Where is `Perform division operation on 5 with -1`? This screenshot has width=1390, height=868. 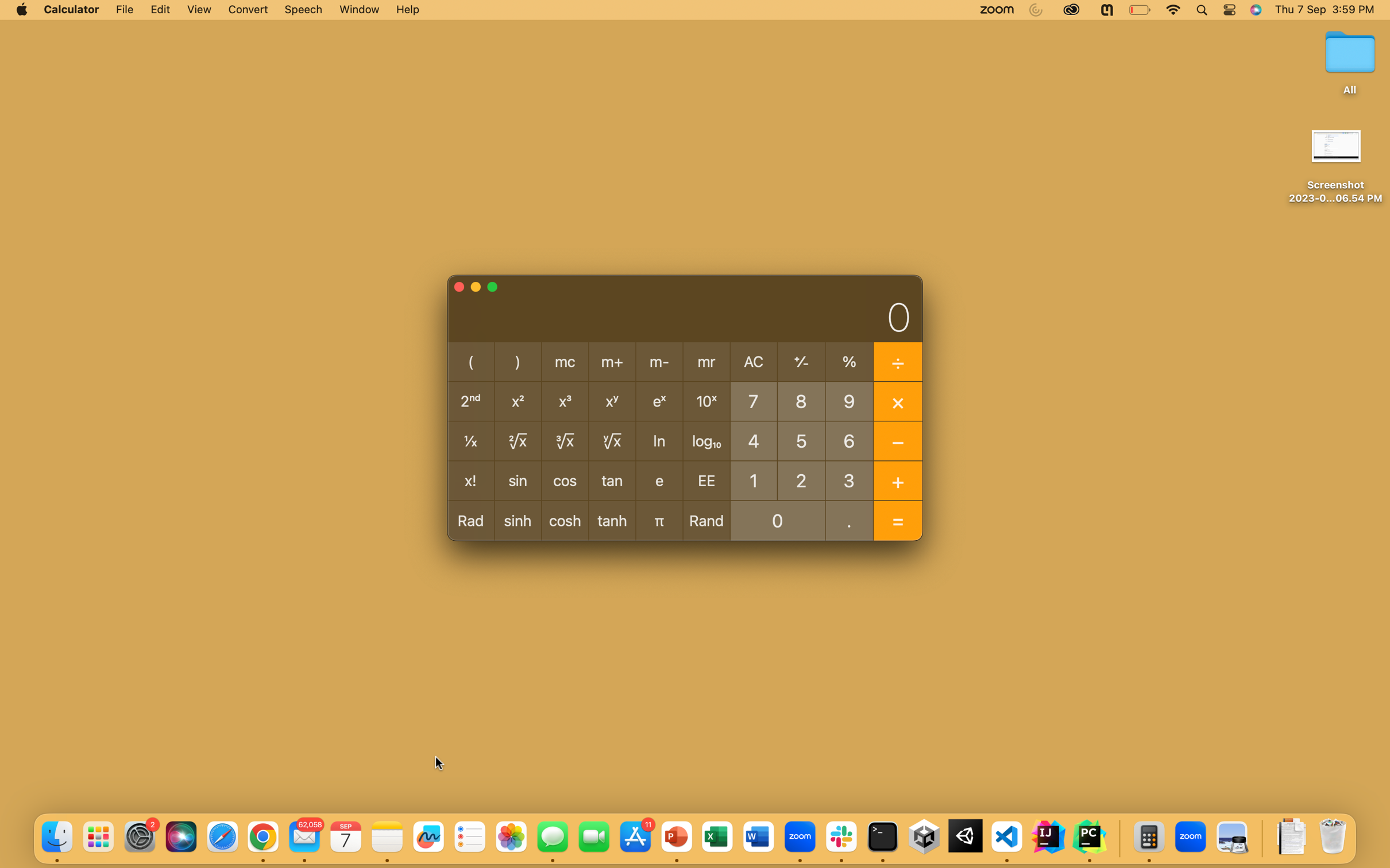 Perform division operation on 5 with -1 is located at coordinates (801, 439).